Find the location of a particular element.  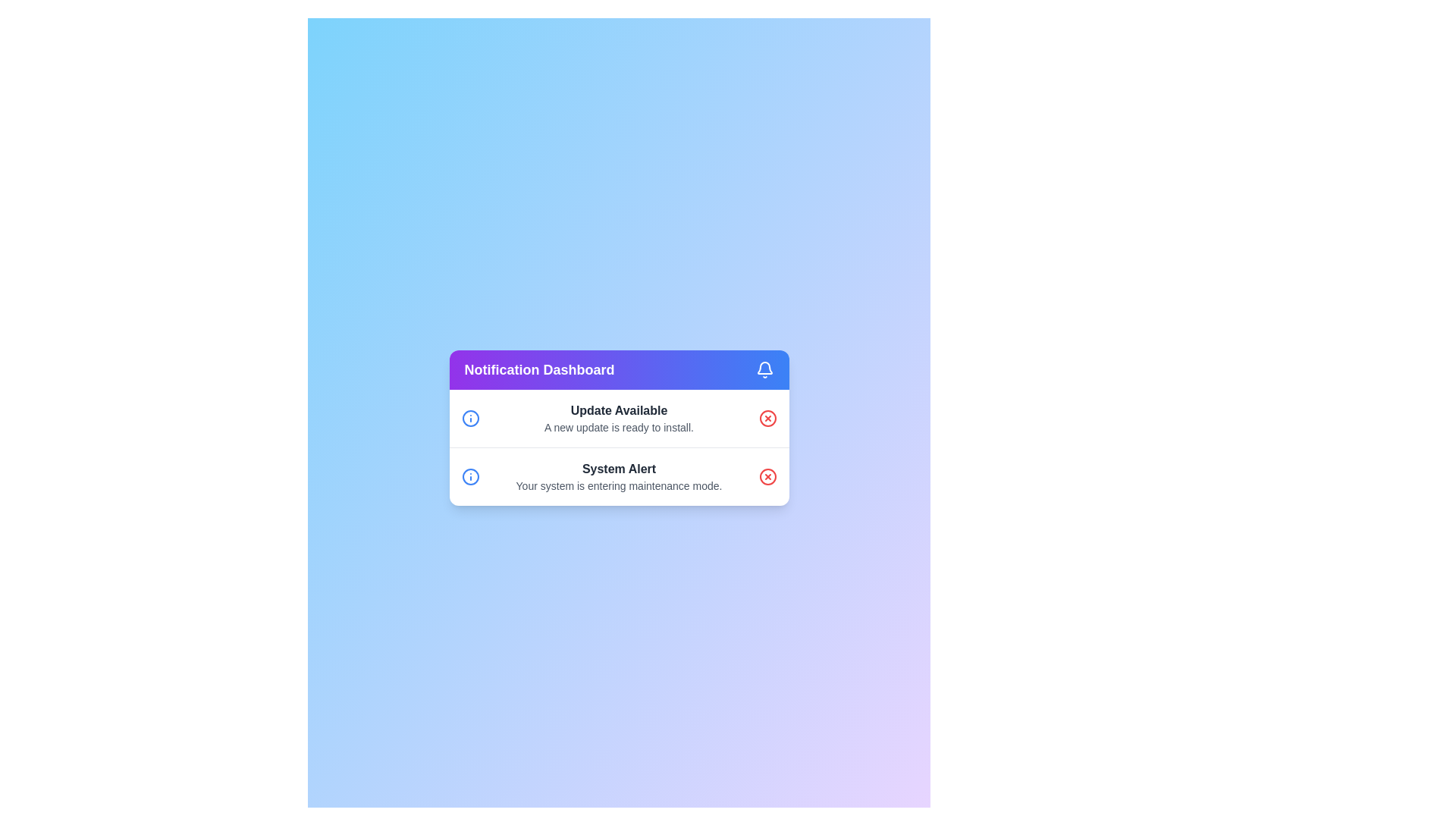

the circular graphical icon that signifies an information icon, located to the far left of the 'System Alert' notification row is located at coordinates (469, 418).